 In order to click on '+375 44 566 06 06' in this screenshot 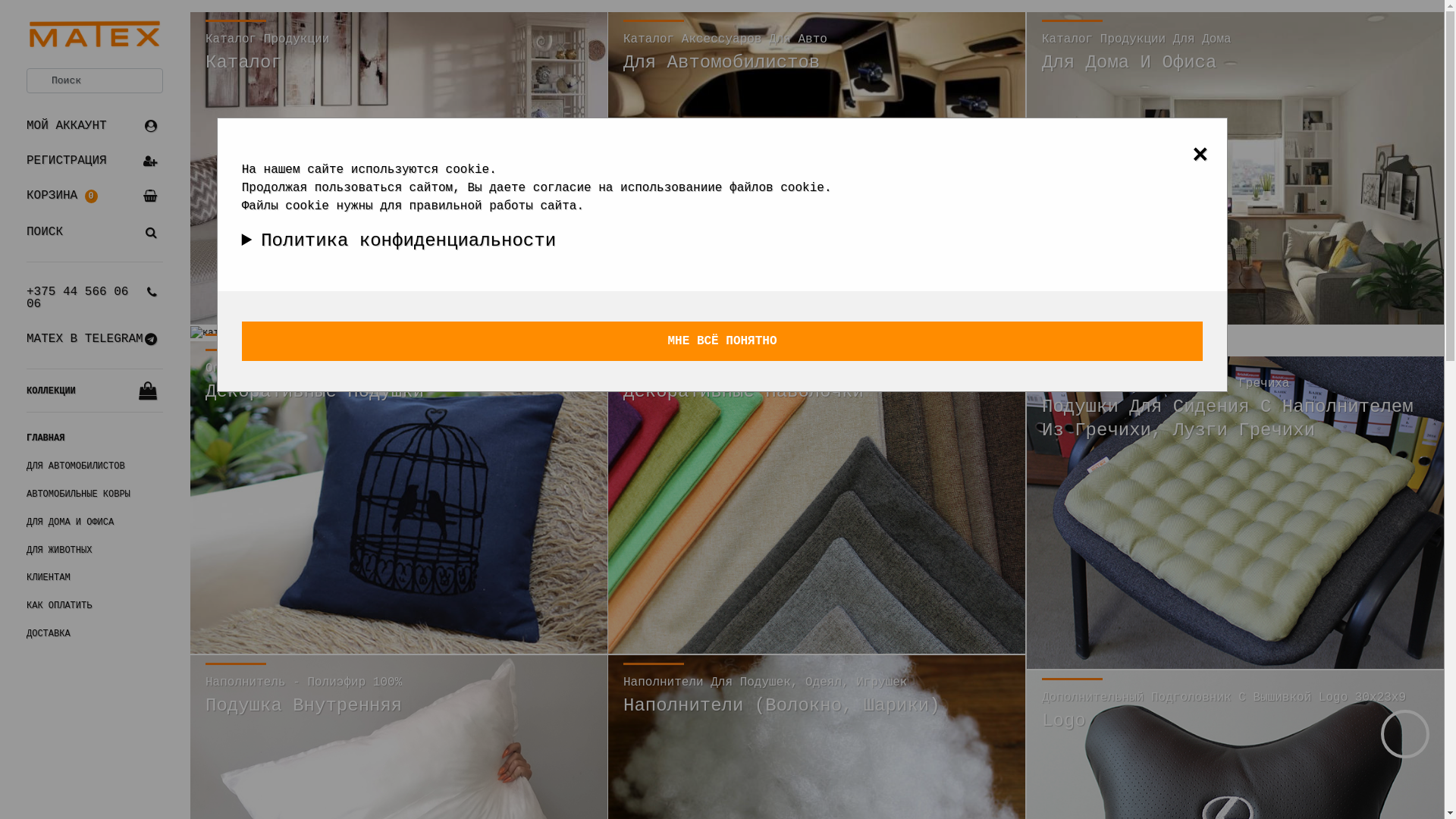, I will do `click(93, 298)`.